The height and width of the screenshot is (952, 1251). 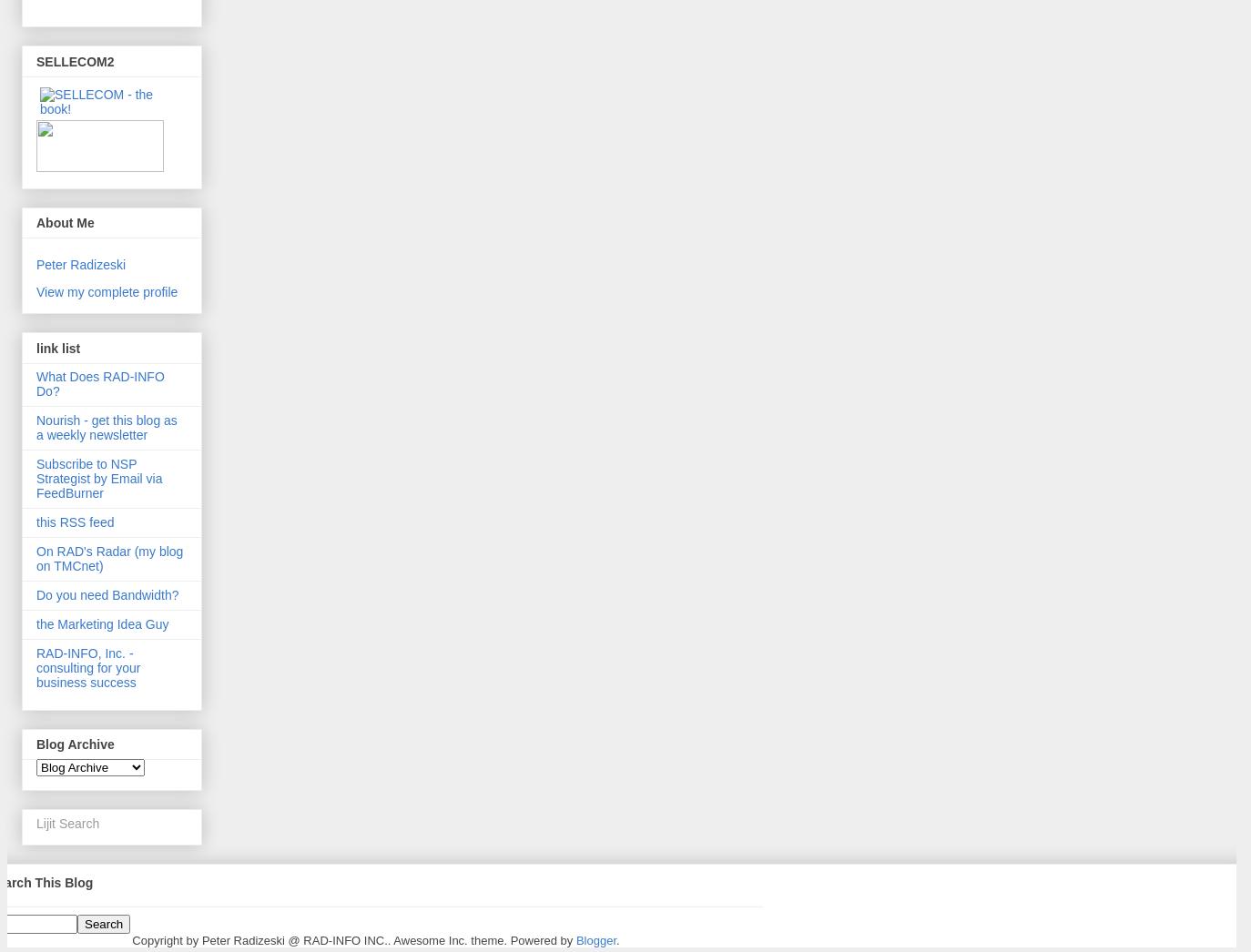 What do you see at coordinates (35, 426) in the screenshot?
I see `'Nourish - get this blog as a weekly newsletter'` at bounding box center [35, 426].